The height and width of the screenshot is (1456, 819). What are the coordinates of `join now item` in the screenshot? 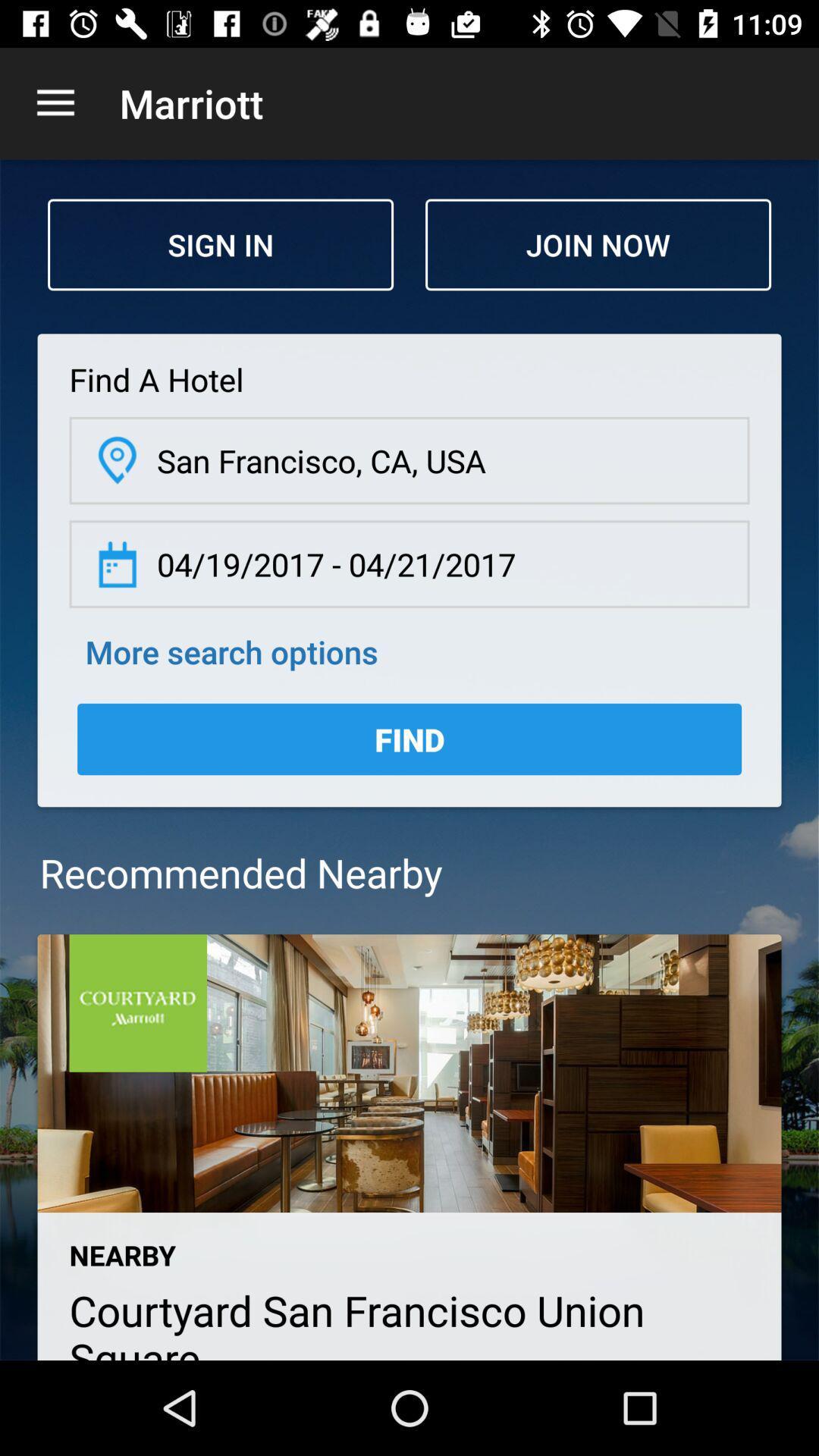 It's located at (598, 244).